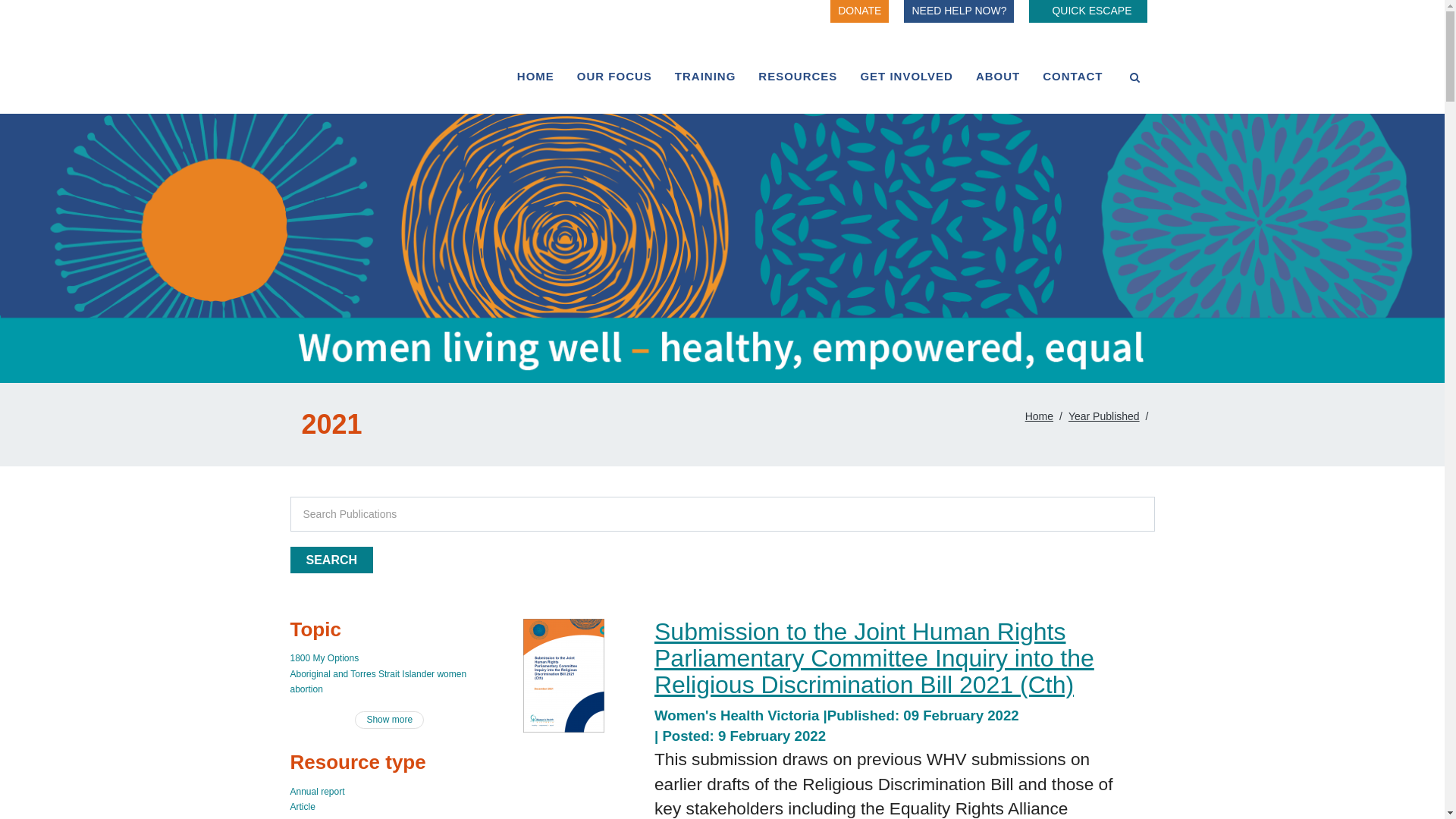  Describe the element at coordinates (302, 806) in the screenshot. I see `'Article'` at that location.